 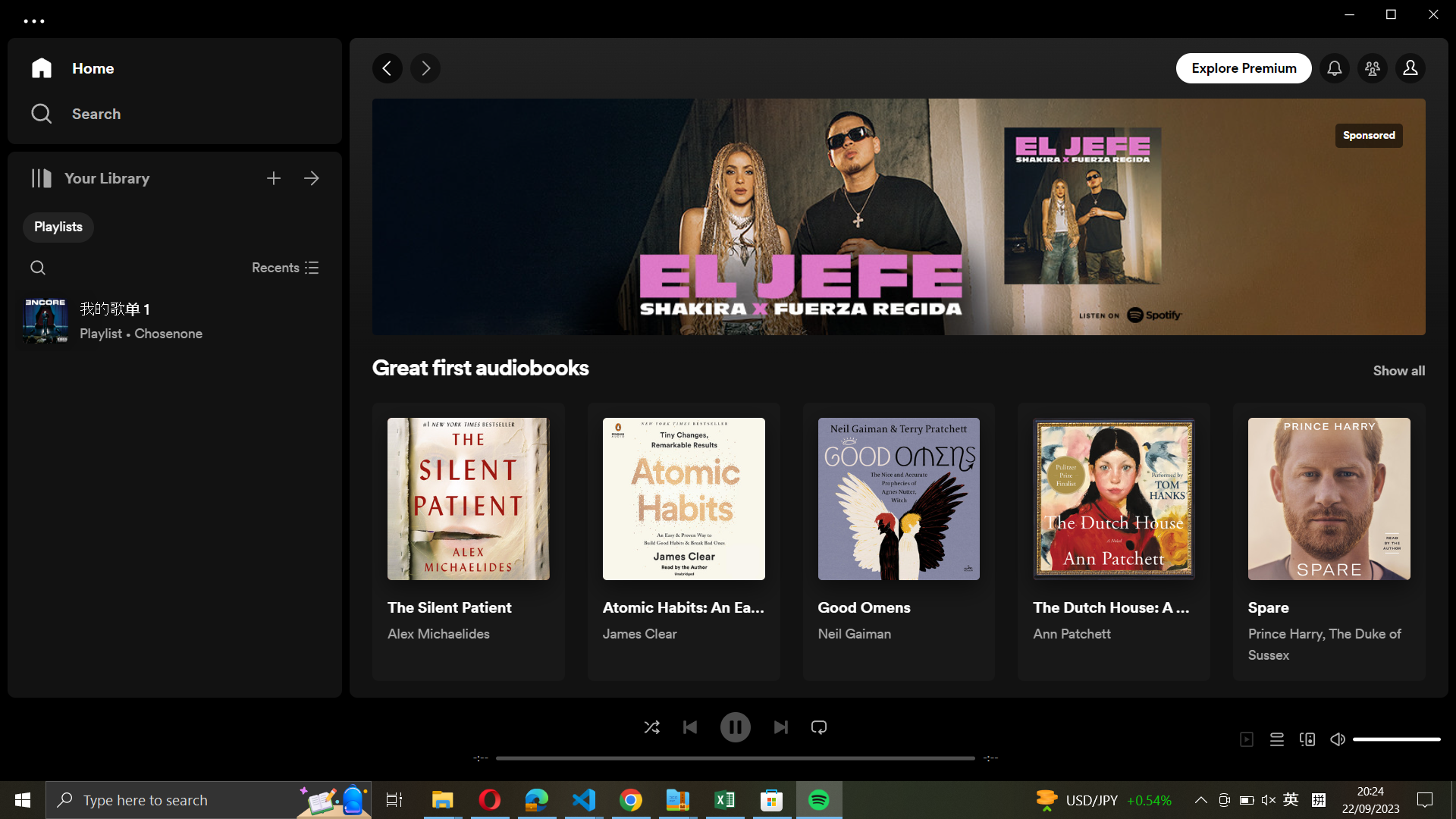 What do you see at coordinates (388, 69) in the screenshot?
I see `backward browsing` at bounding box center [388, 69].